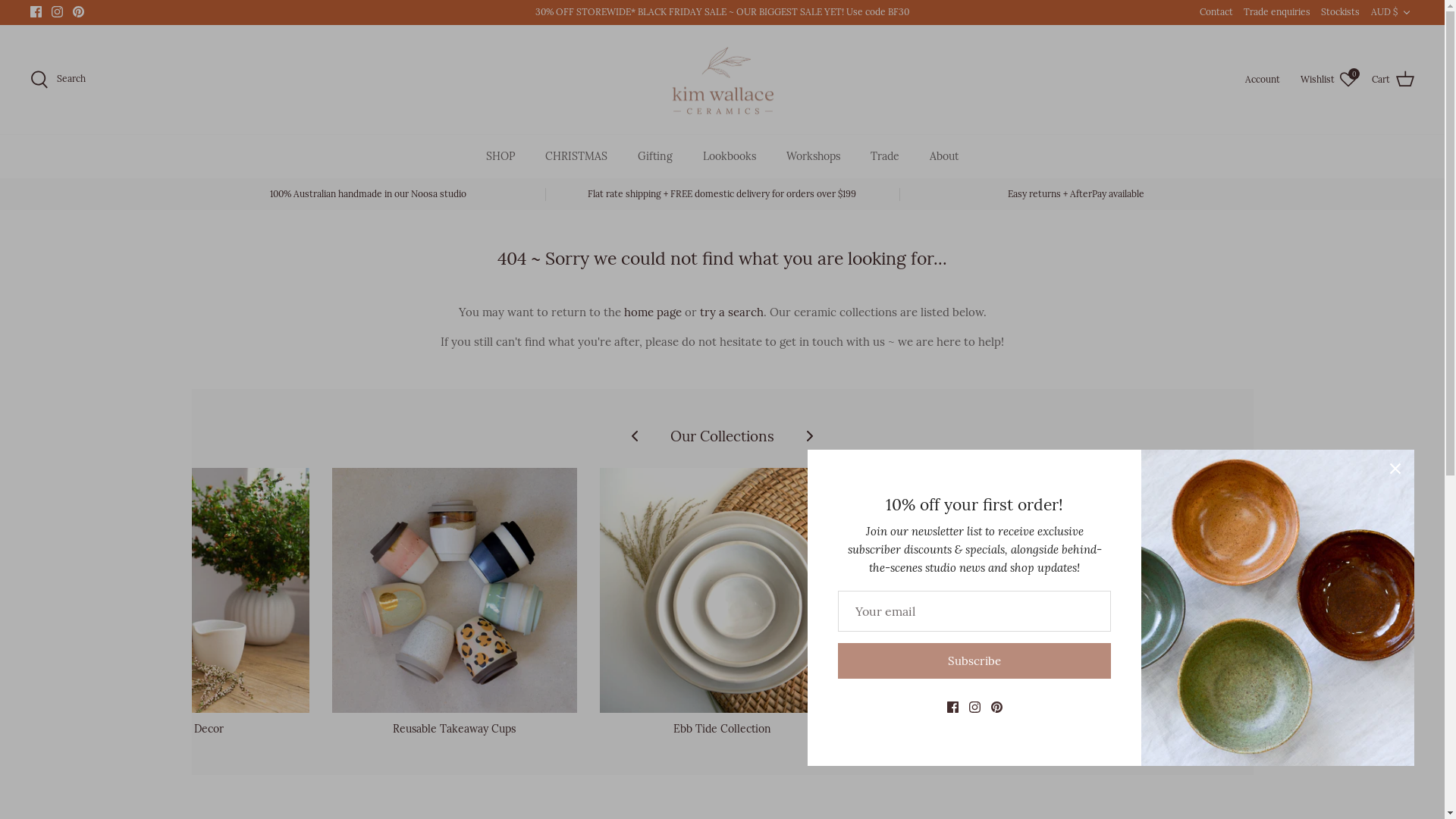 The width and height of the screenshot is (1456, 819). What do you see at coordinates (655, 156) in the screenshot?
I see `'Gifting'` at bounding box center [655, 156].